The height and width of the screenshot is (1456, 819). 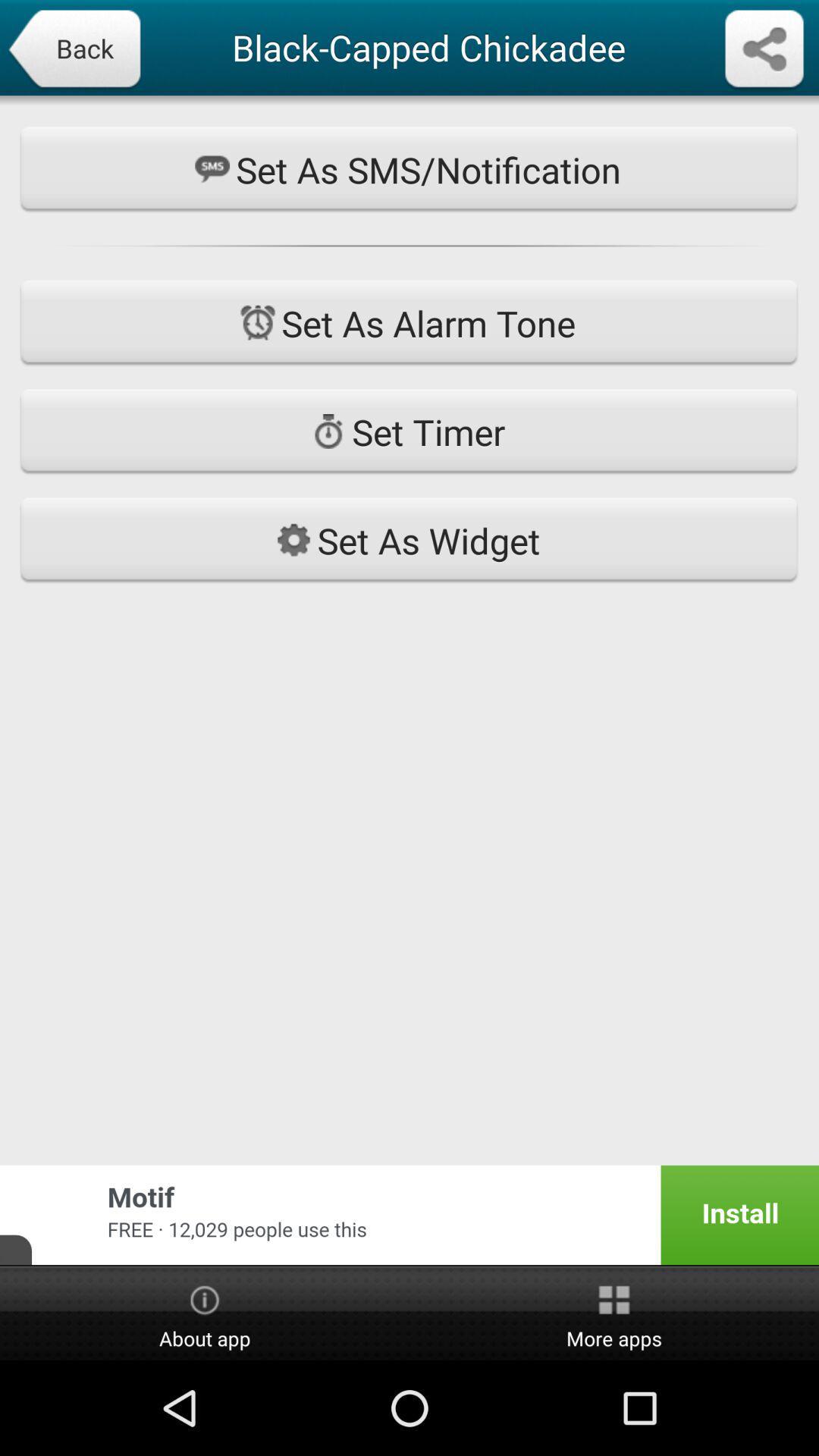 What do you see at coordinates (764, 50) in the screenshot?
I see `download content` at bounding box center [764, 50].